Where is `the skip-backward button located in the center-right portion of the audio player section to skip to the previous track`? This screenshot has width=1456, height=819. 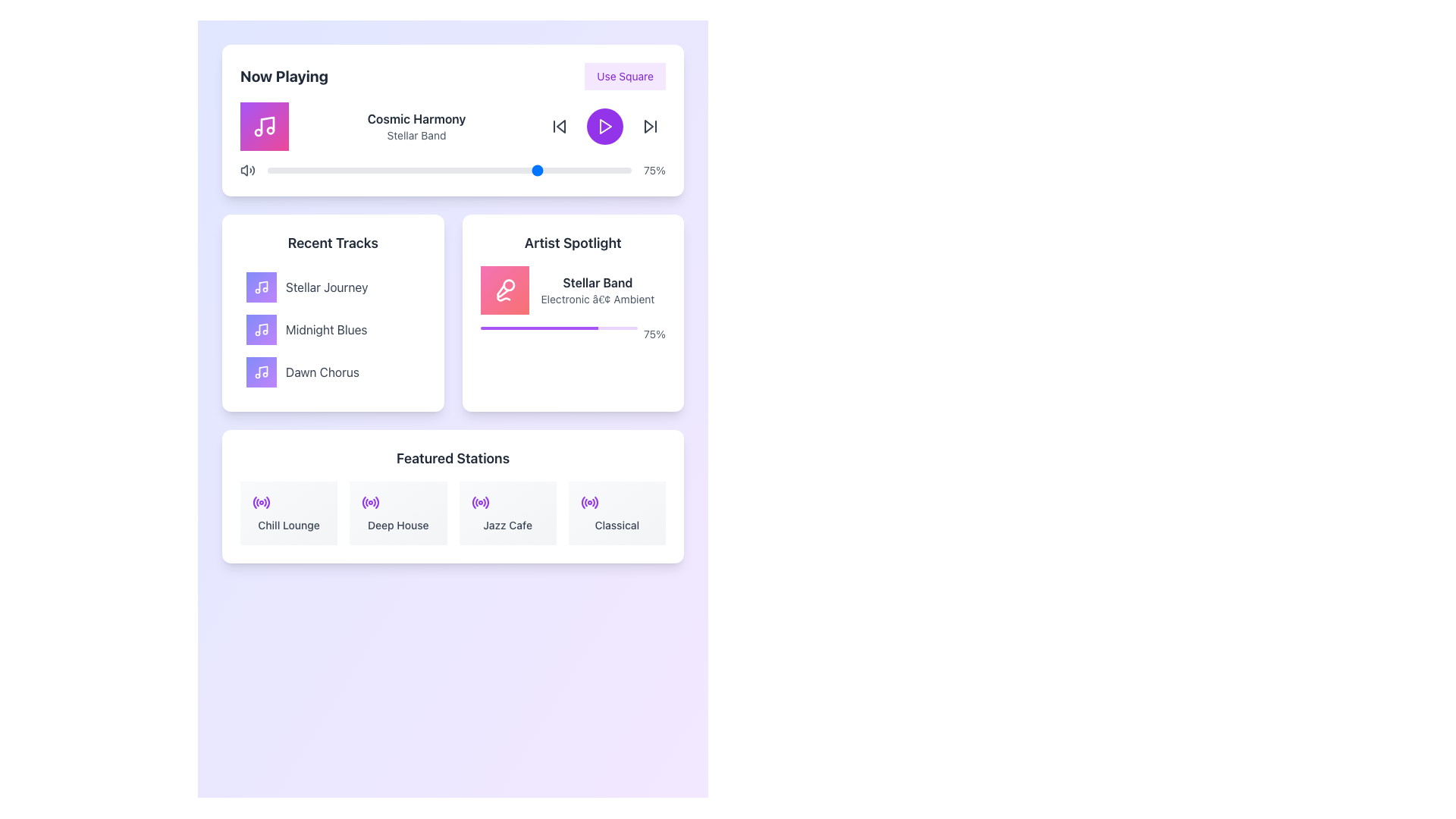
the skip-backward button located in the center-right portion of the audio player section to skip to the previous track is located at coordinates (560, 125).